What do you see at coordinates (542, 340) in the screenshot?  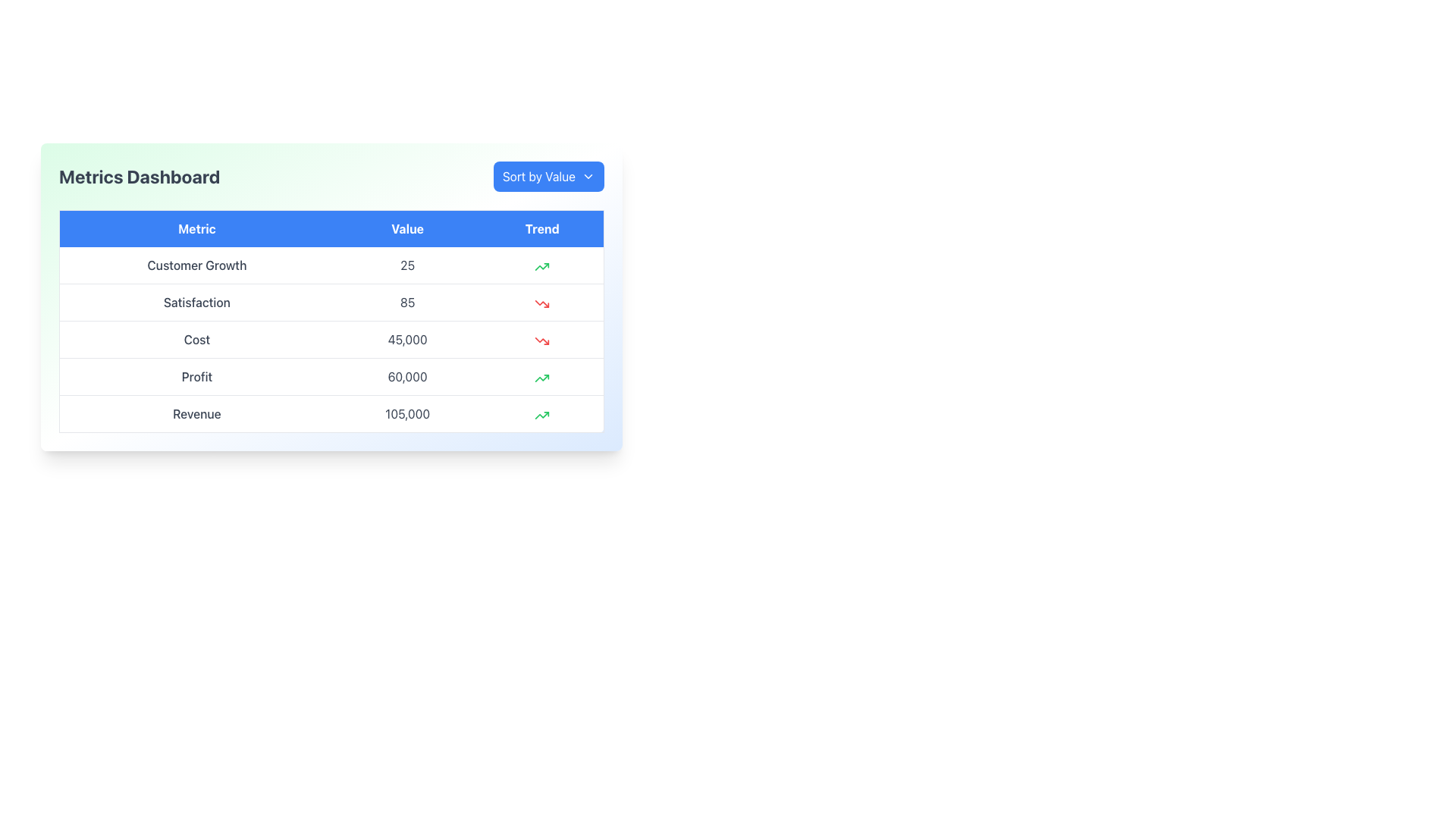 I see `the red downward arrow icon representing a downward trend for the 'Cost' metric in the table located in the 'Trend' column` at bounding box center [542, 340].